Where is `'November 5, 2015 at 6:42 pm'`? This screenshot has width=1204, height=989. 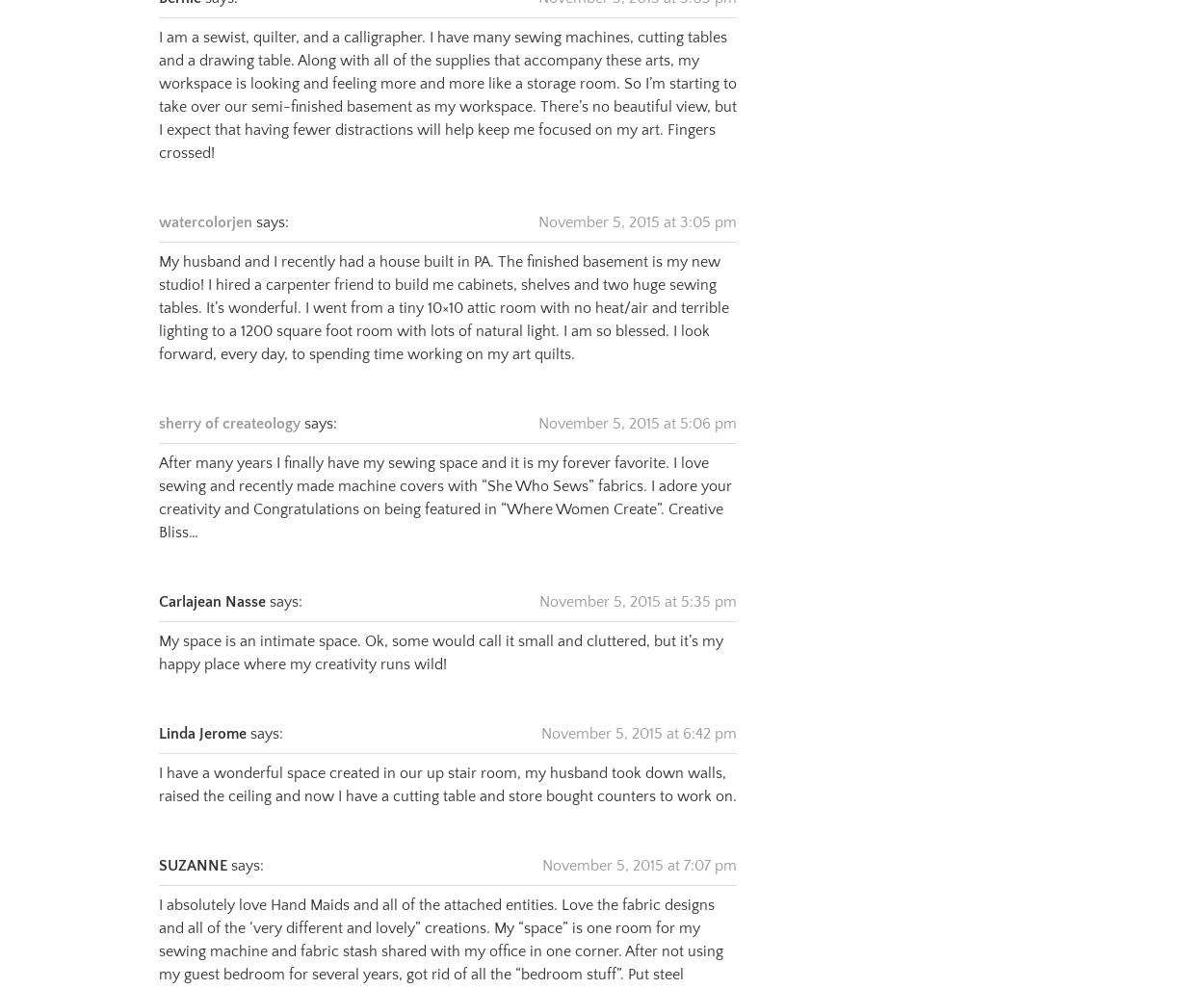
'November 5, 2015 at 6:42 pm' is located at coordinates (639, 709).